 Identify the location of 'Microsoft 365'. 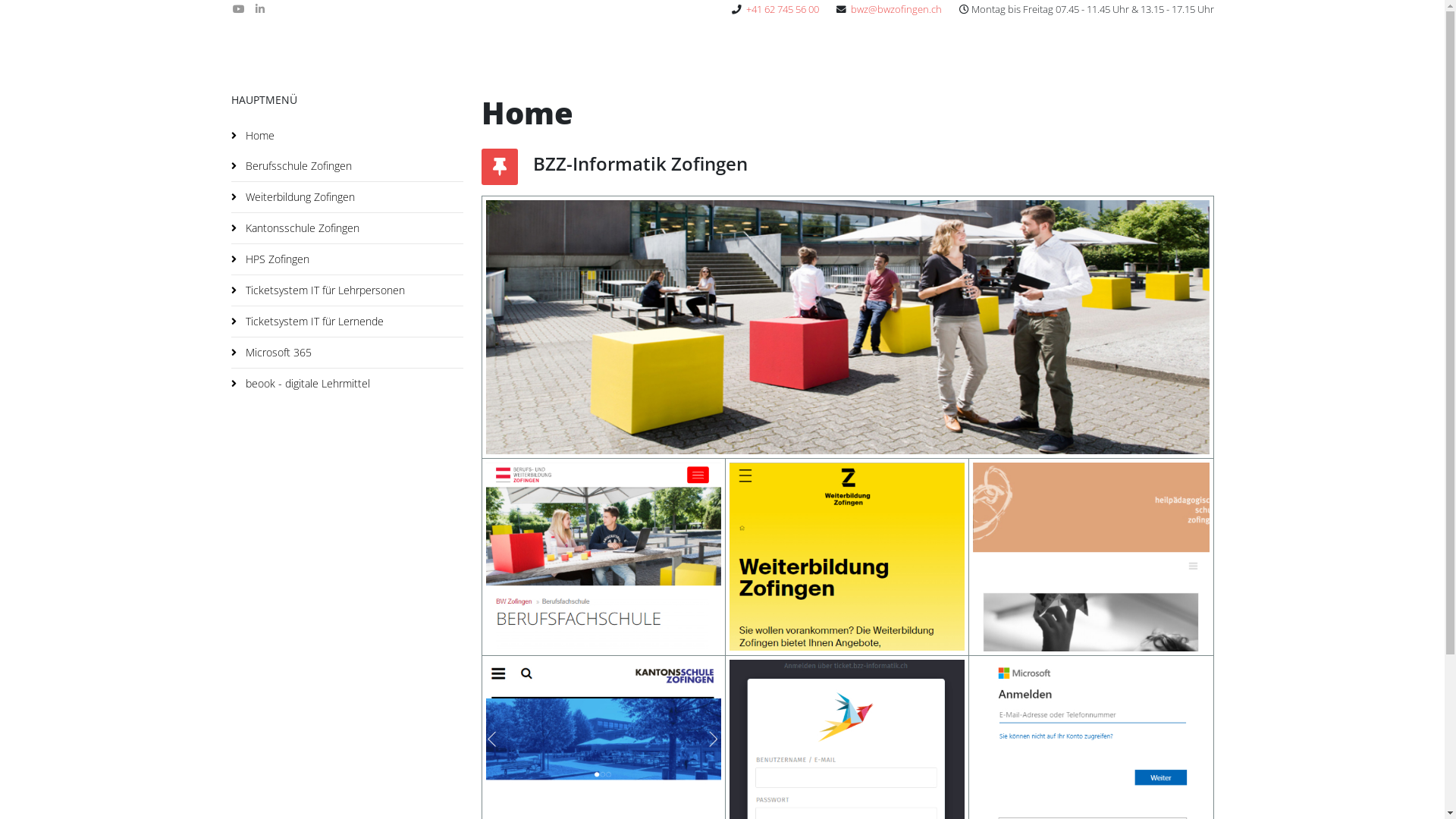
(345, 353).